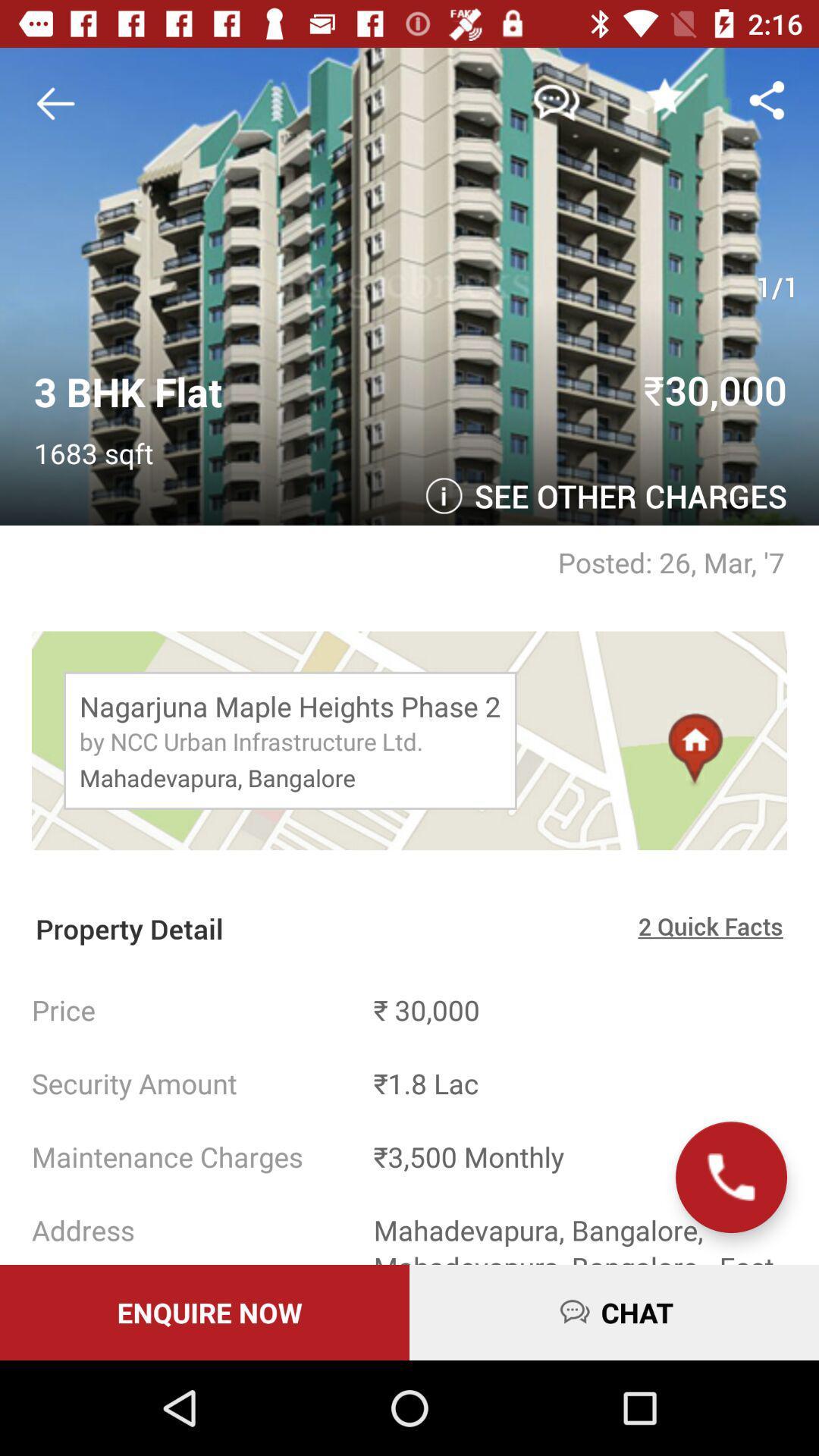 Image resolution: width=819 pixels, height=1456 pixels. I want to click on the star icon beside the share icon, so click(664, 95).